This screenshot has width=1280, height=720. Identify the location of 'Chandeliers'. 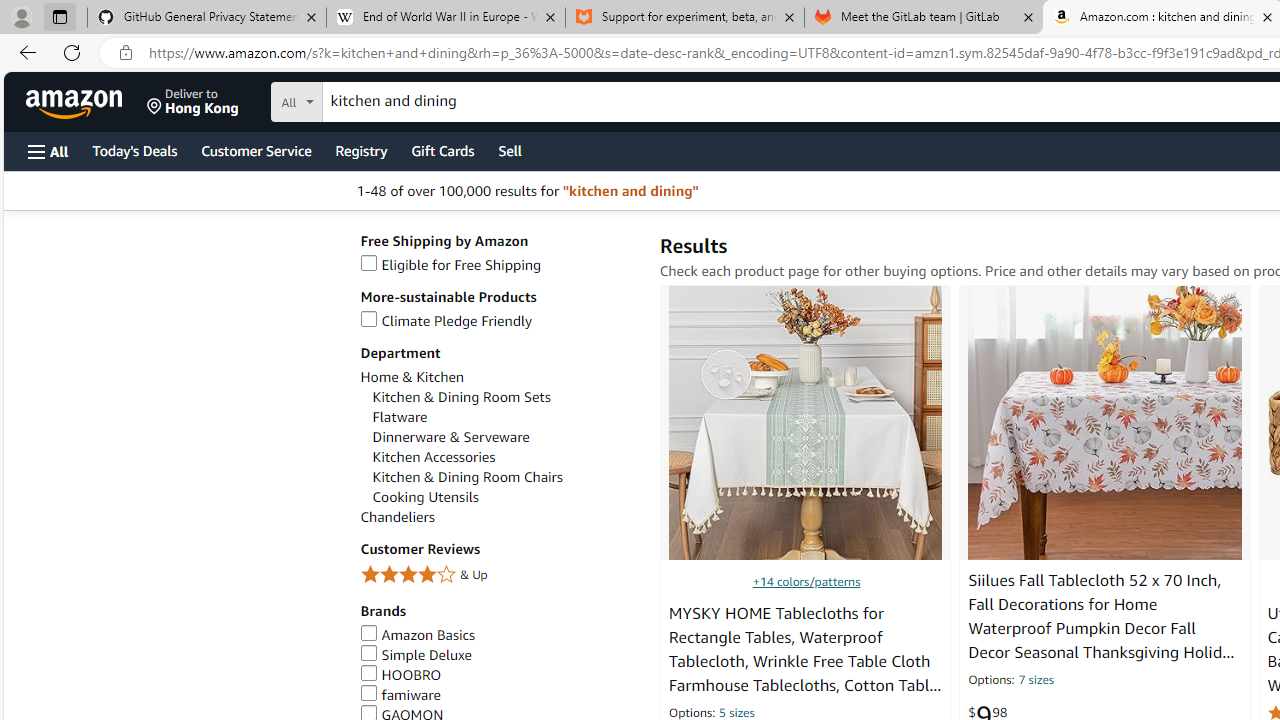
(499, 516).